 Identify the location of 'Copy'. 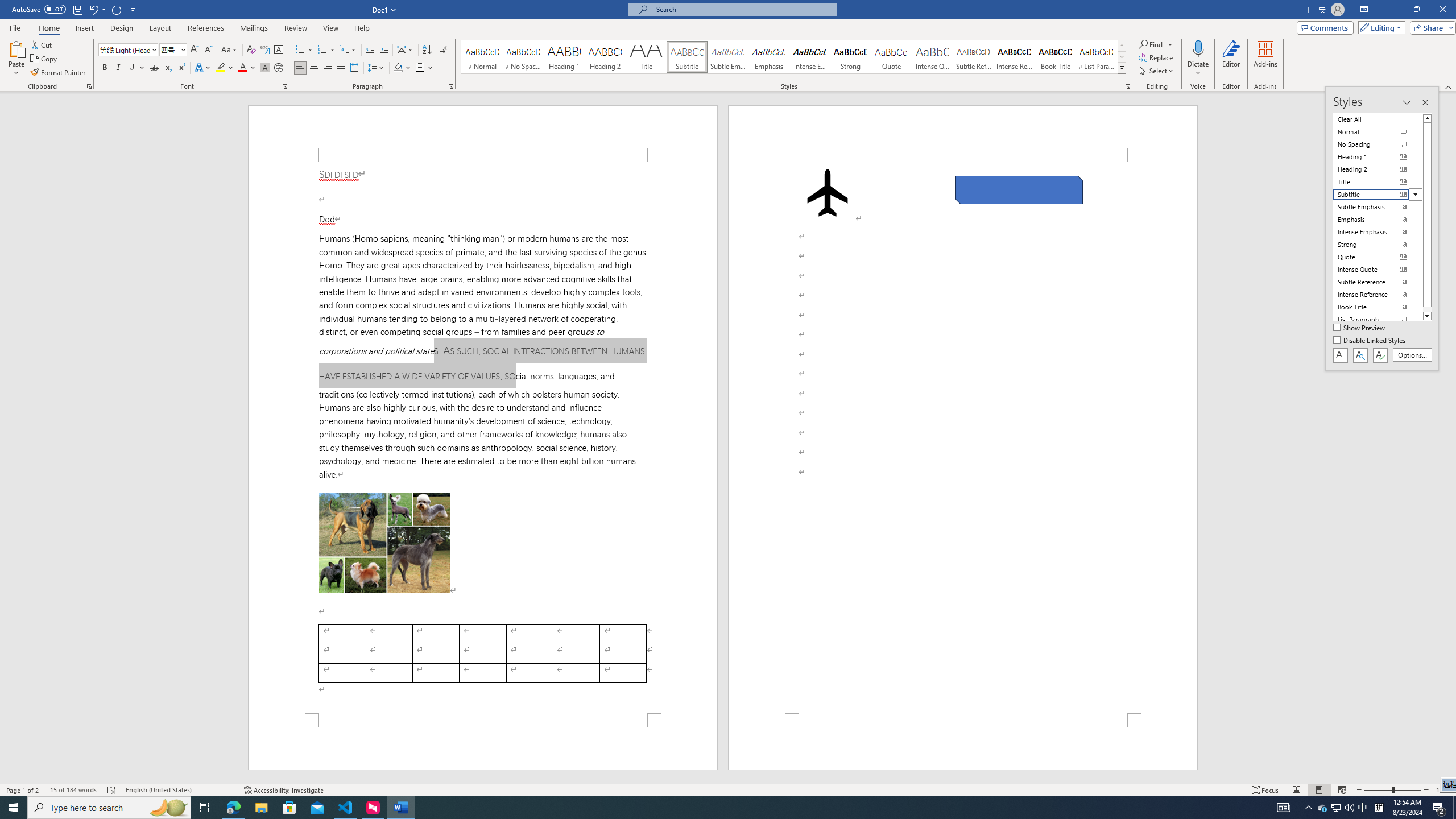
(44, 59).